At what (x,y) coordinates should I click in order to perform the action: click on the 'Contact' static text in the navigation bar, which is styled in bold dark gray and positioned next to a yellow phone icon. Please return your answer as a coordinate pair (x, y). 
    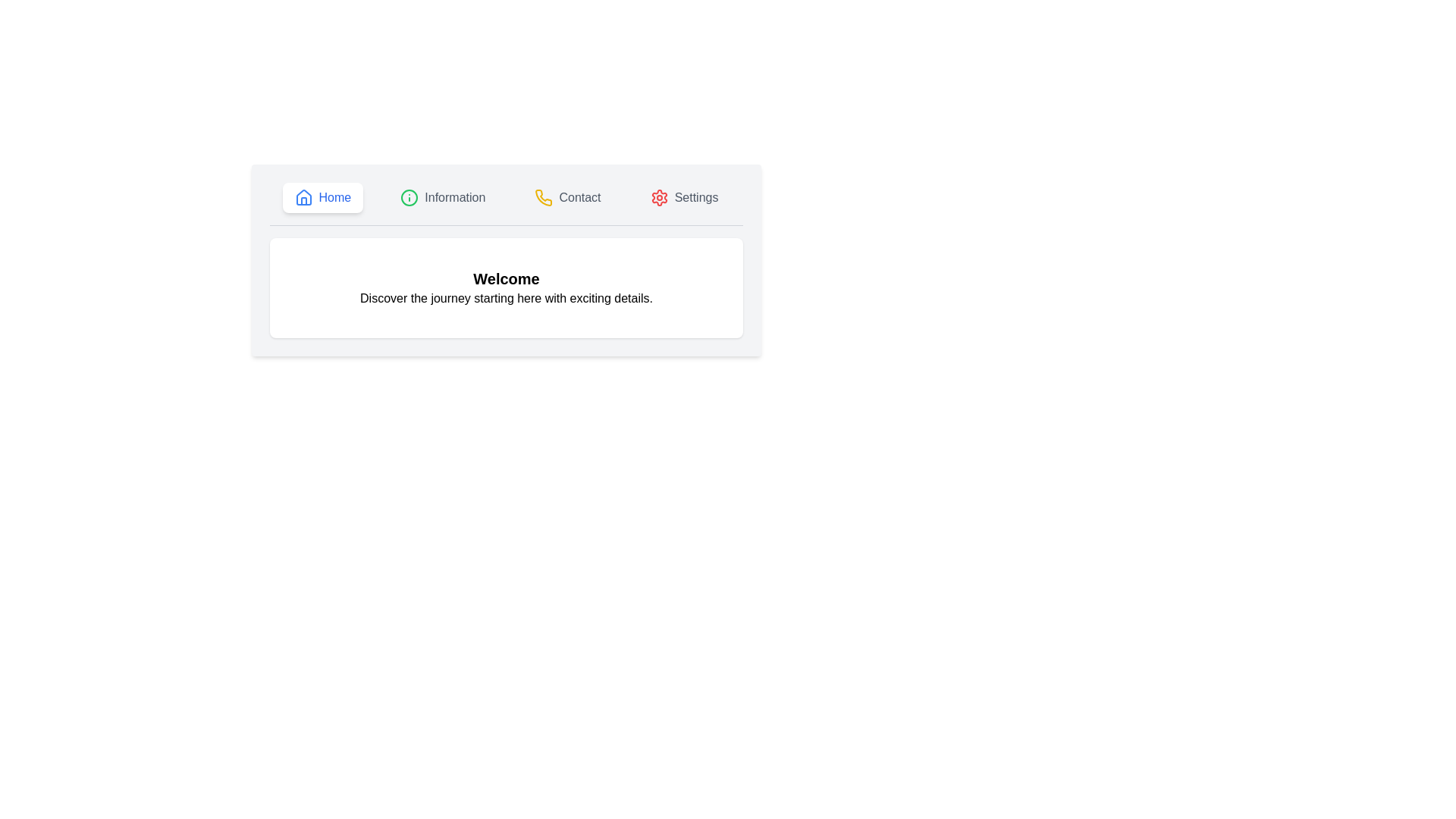
    Looking at the image, I should click on (579, 197).